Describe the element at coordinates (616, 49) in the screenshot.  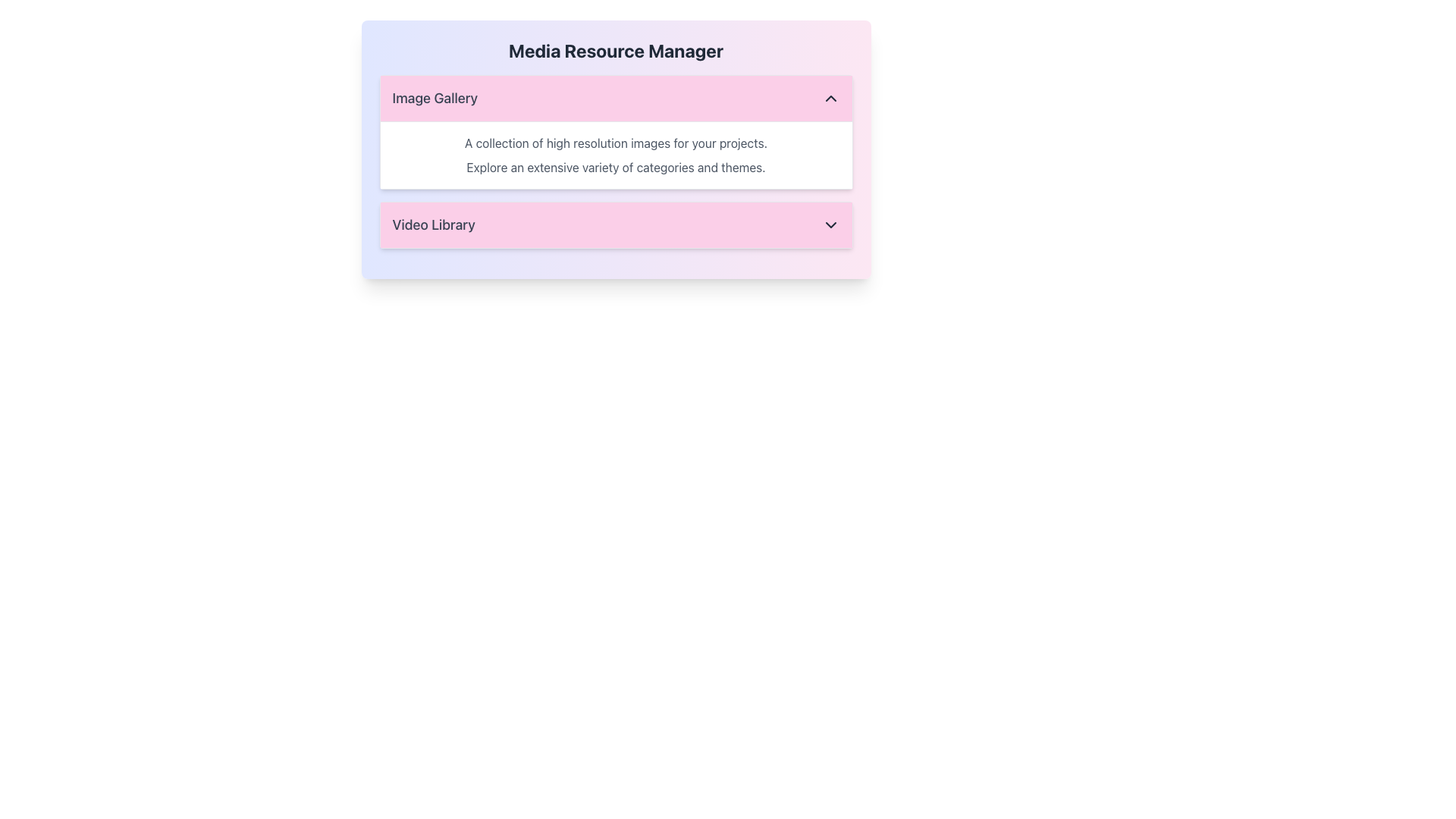
I see `the prominently displayed Static Text Label that reads 'Media Resource Manager', which is bold, center-aligned, and located at the top of the interface layout` at that location.